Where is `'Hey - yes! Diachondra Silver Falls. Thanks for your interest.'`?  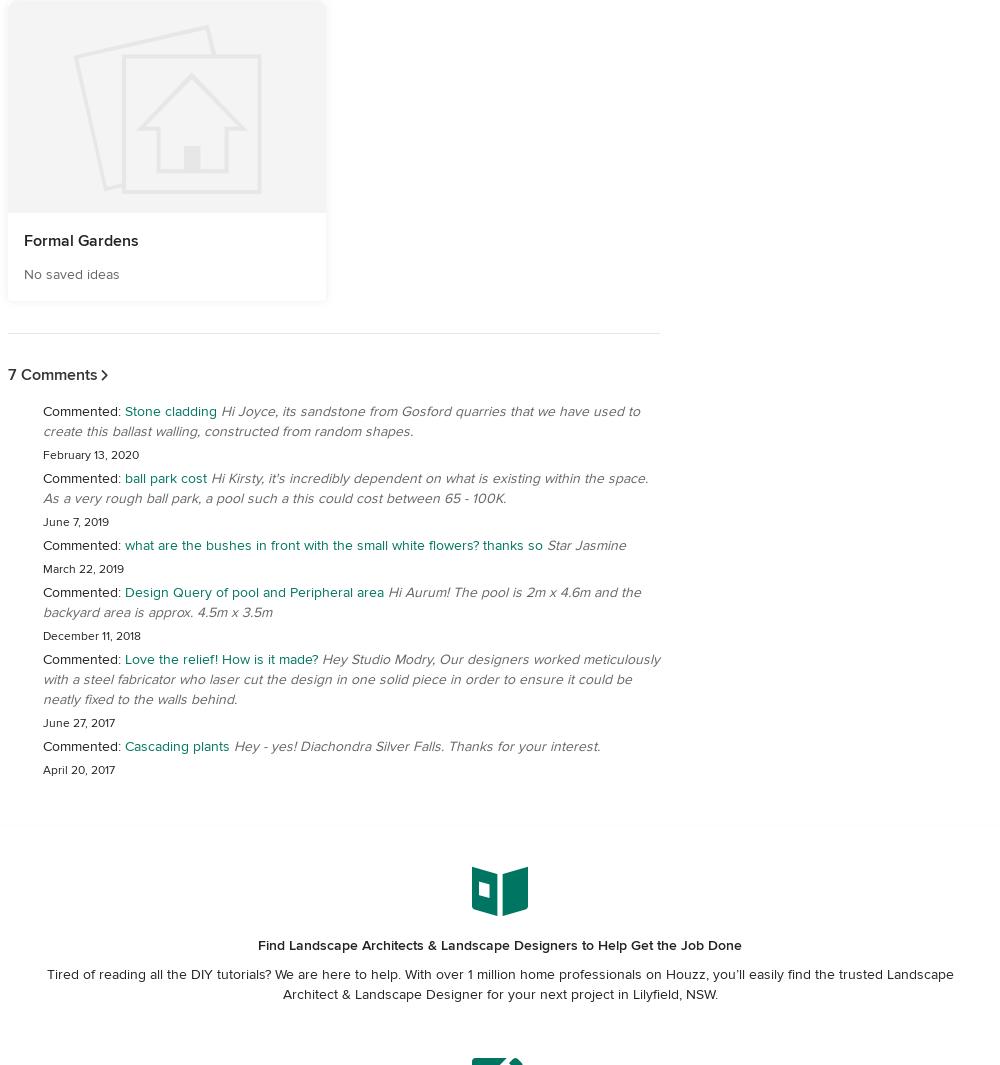
'Hey - yes! Diachondra Silver Falls. Thanks for your interest.' is located at coordinates (233, 746).